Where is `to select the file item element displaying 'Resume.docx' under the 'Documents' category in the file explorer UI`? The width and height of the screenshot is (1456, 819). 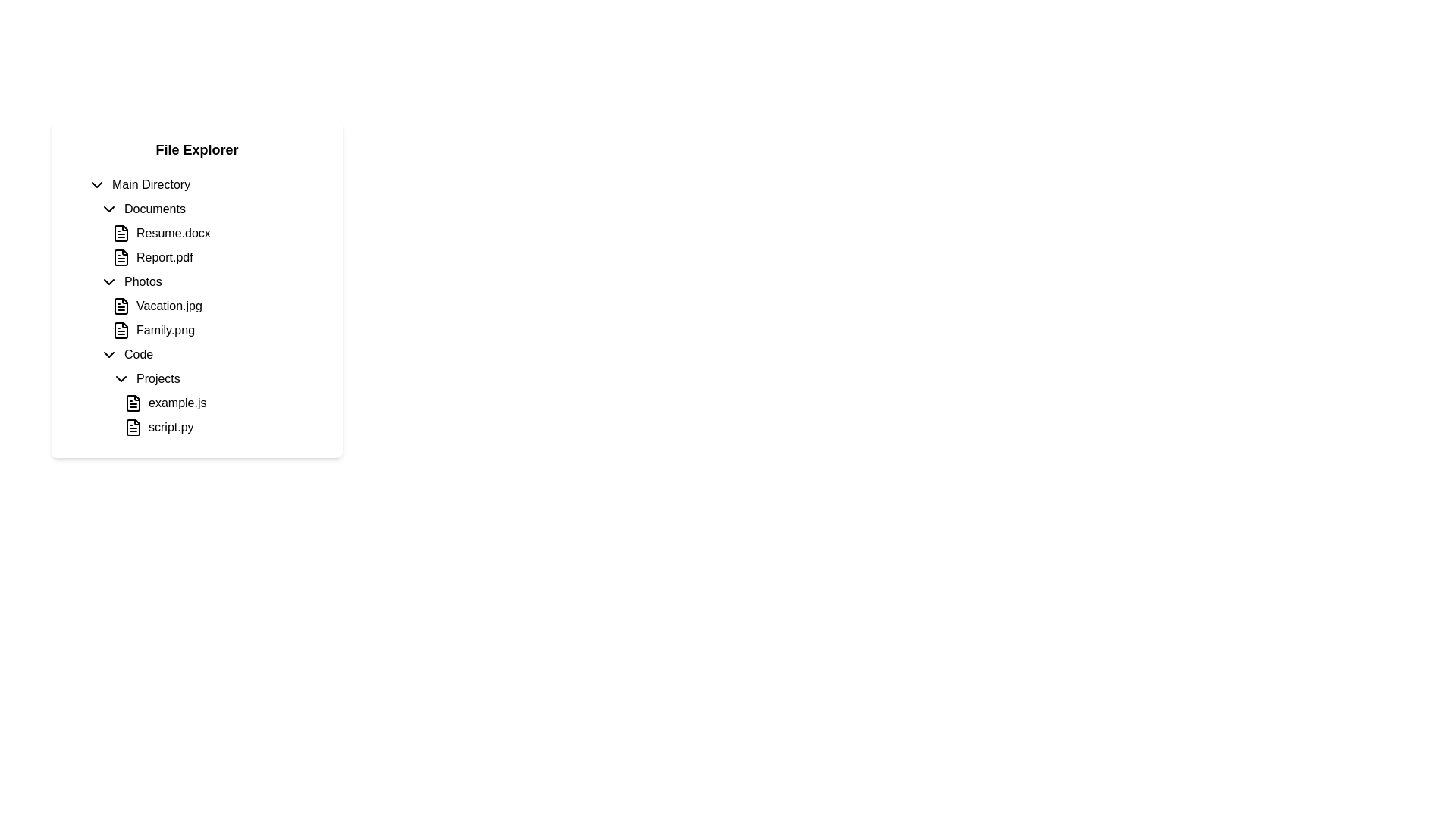
to select the file item element displaying 'Resume.docx' under the 'Documents' category in the file explorer UI is located at coordinates (202, 234).